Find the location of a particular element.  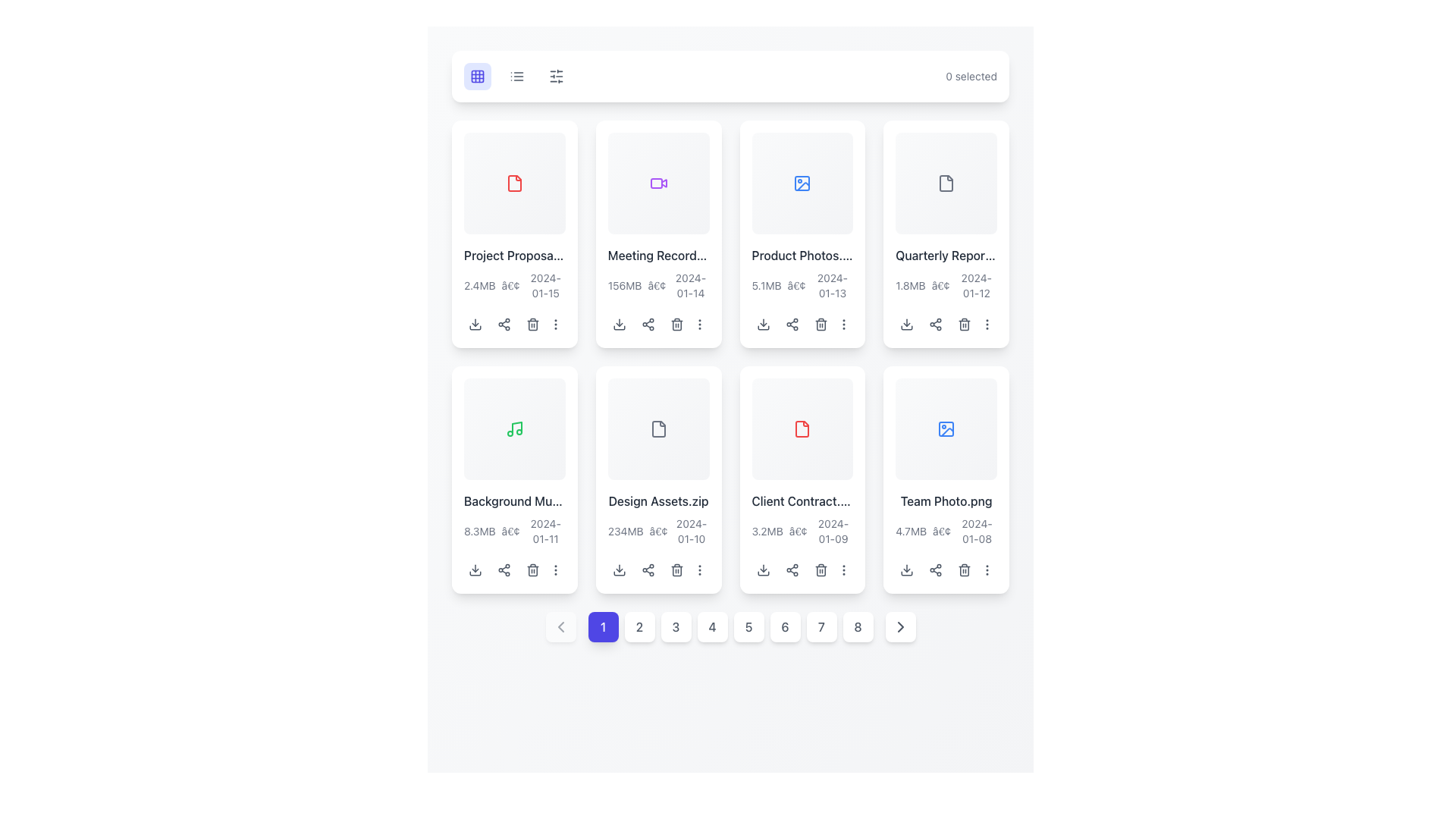

the Text Label that identifies the file name, located in the second row, fourth column of the grid layout, above the metadata text is located at coordinates (802, 500).